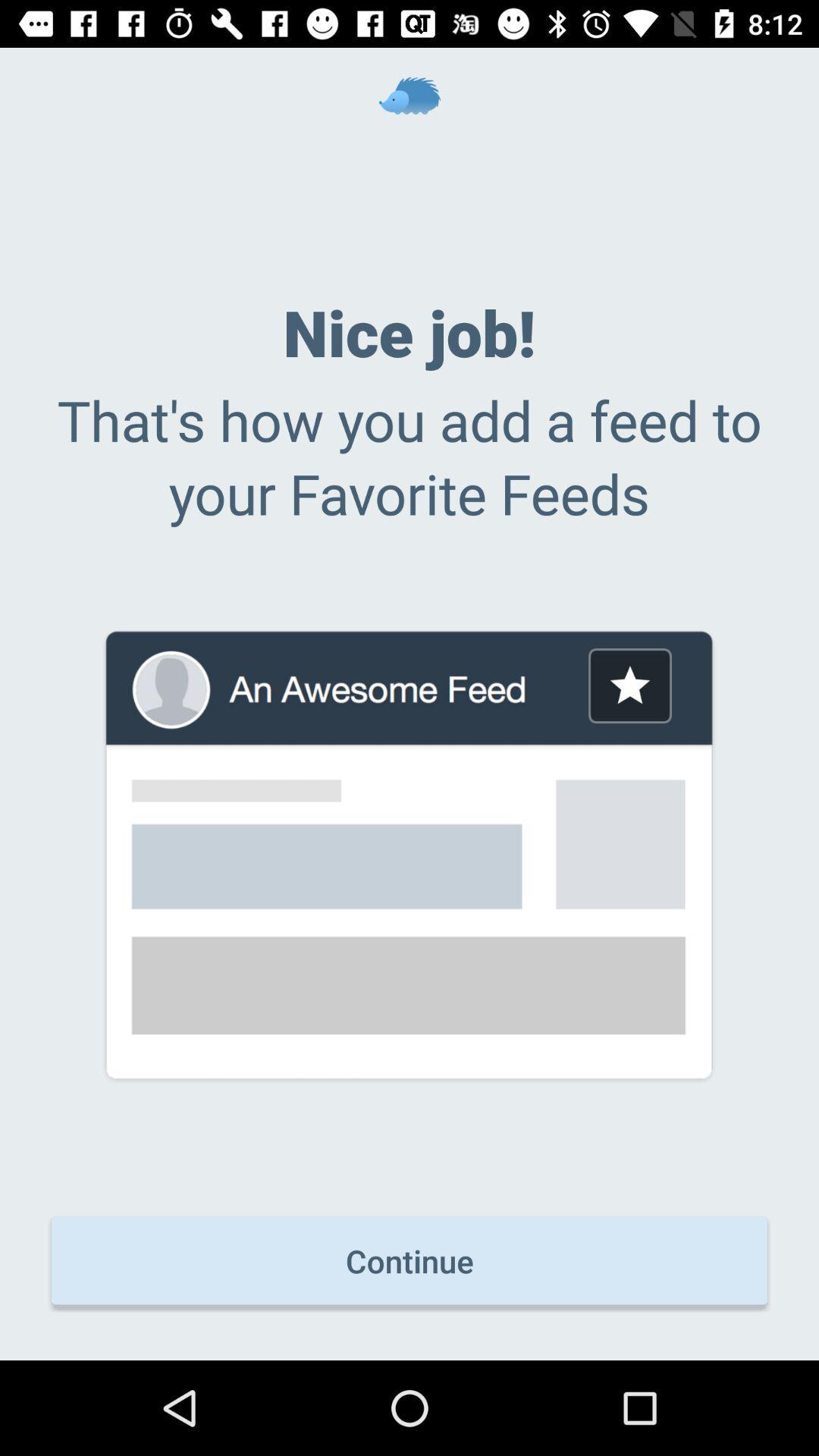 The width and height of the screenshot is (819, 1456). Describe the element at coordinates (629, 685) in the screenshot. I see `the item above the continue item` at that location.